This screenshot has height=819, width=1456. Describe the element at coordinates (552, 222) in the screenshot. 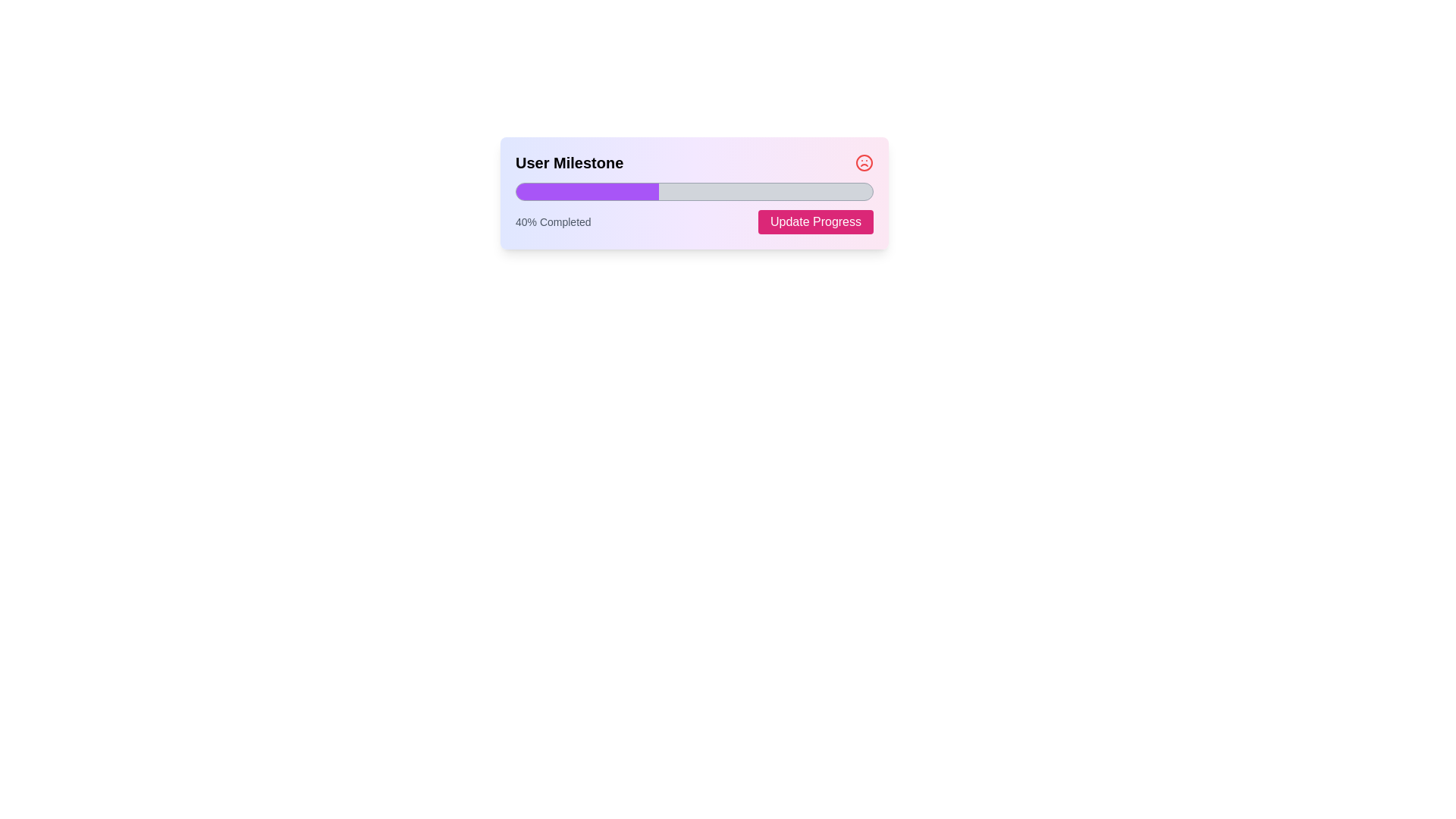

I see `the text label displaying '40% Completed', which is positioned beneath the progress bar and to the left of the 'Update Progress' button` at that location.